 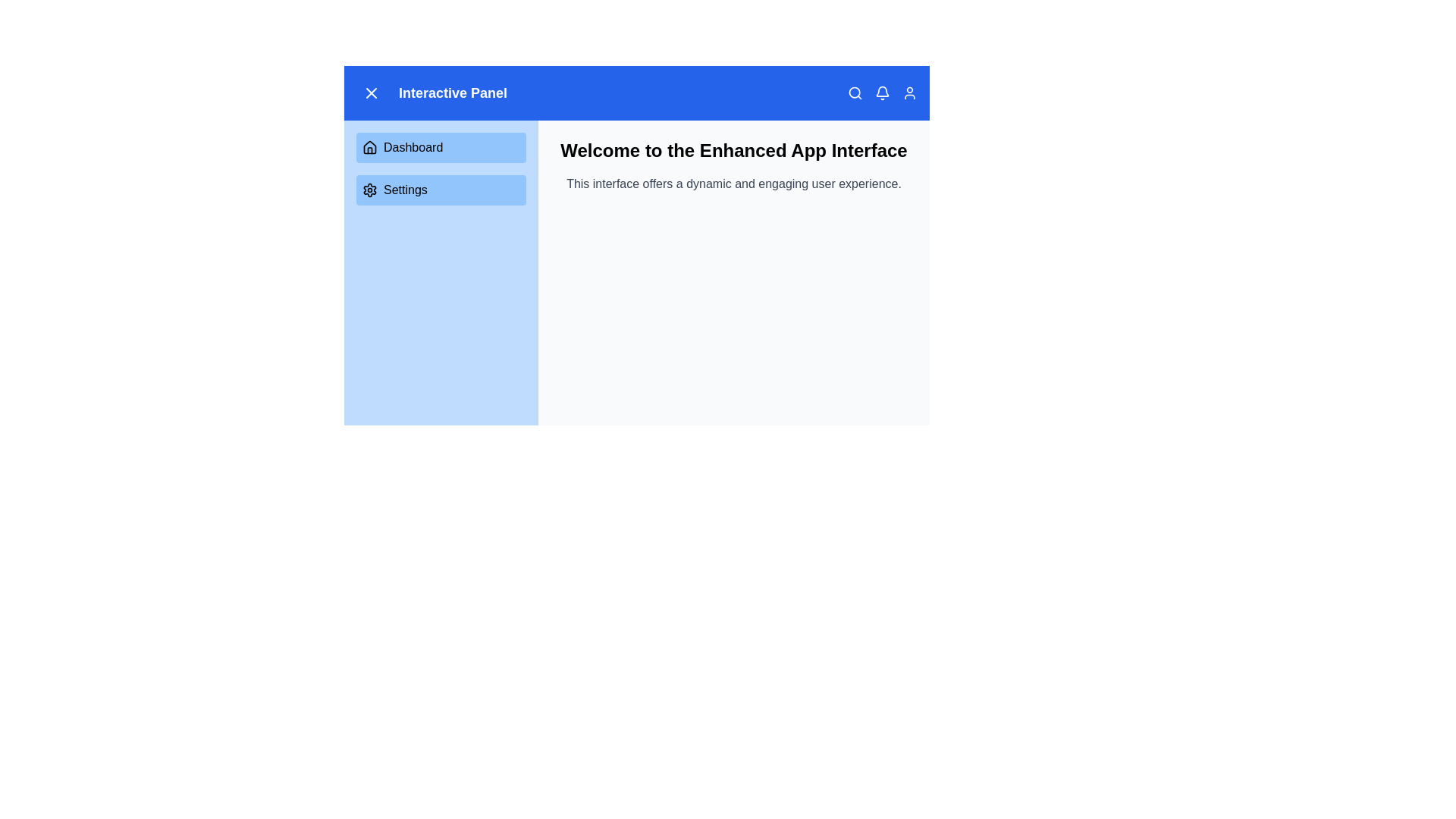 What do you see at coordinates (431, 93) in the screenshot?
I see `the static label reading 'Interactive Panel' which is styled in white against a blue background, located in the top-left section of the header bar next to a close icon` at bounding box center [431, 93].